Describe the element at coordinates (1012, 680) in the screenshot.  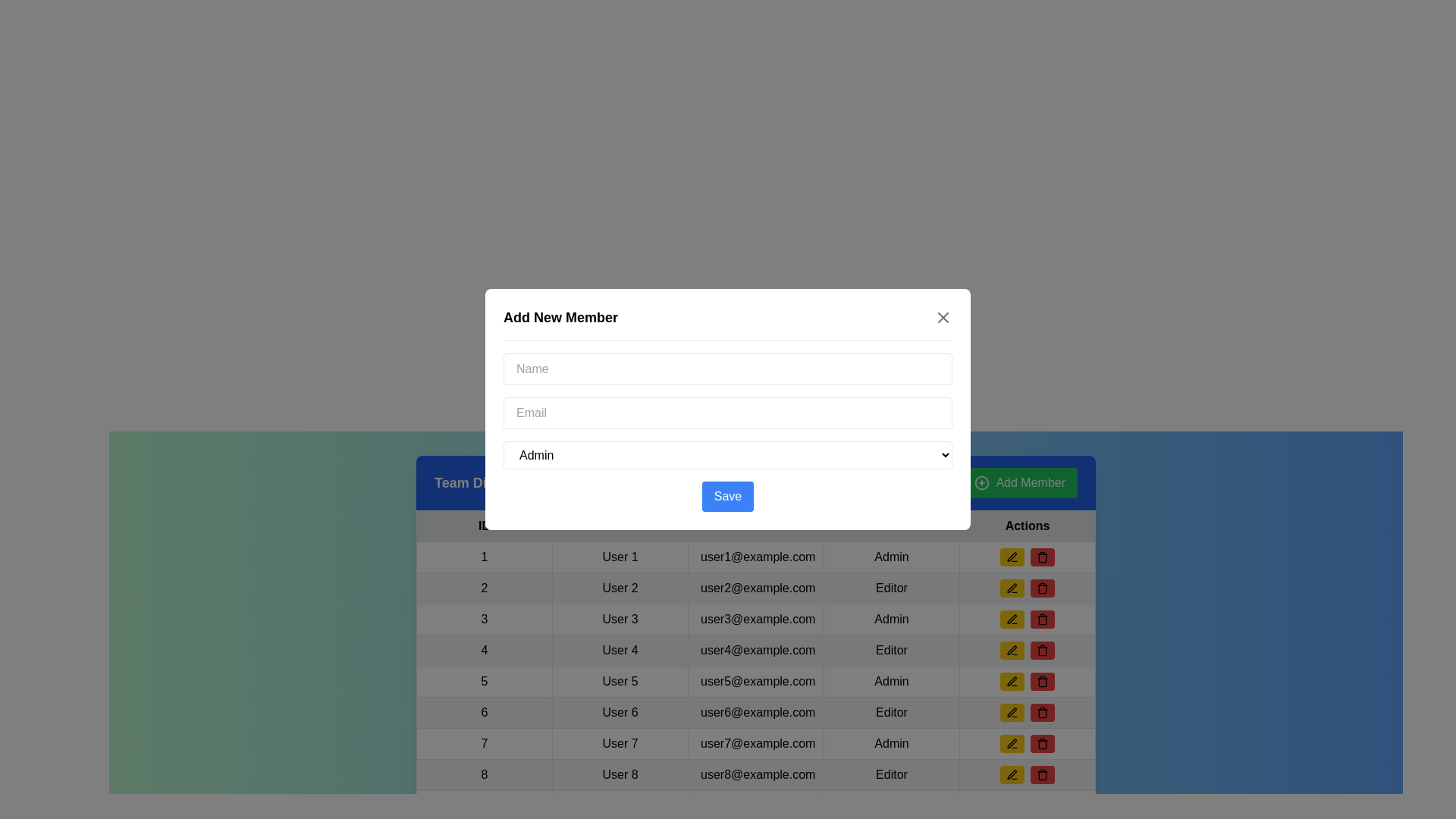
I see `the edit button located in the 'Actions' column of the table, adjacent to the row for 'user5@example.com', which corresponds to 'Admin' under the 'Role' column` at that location.